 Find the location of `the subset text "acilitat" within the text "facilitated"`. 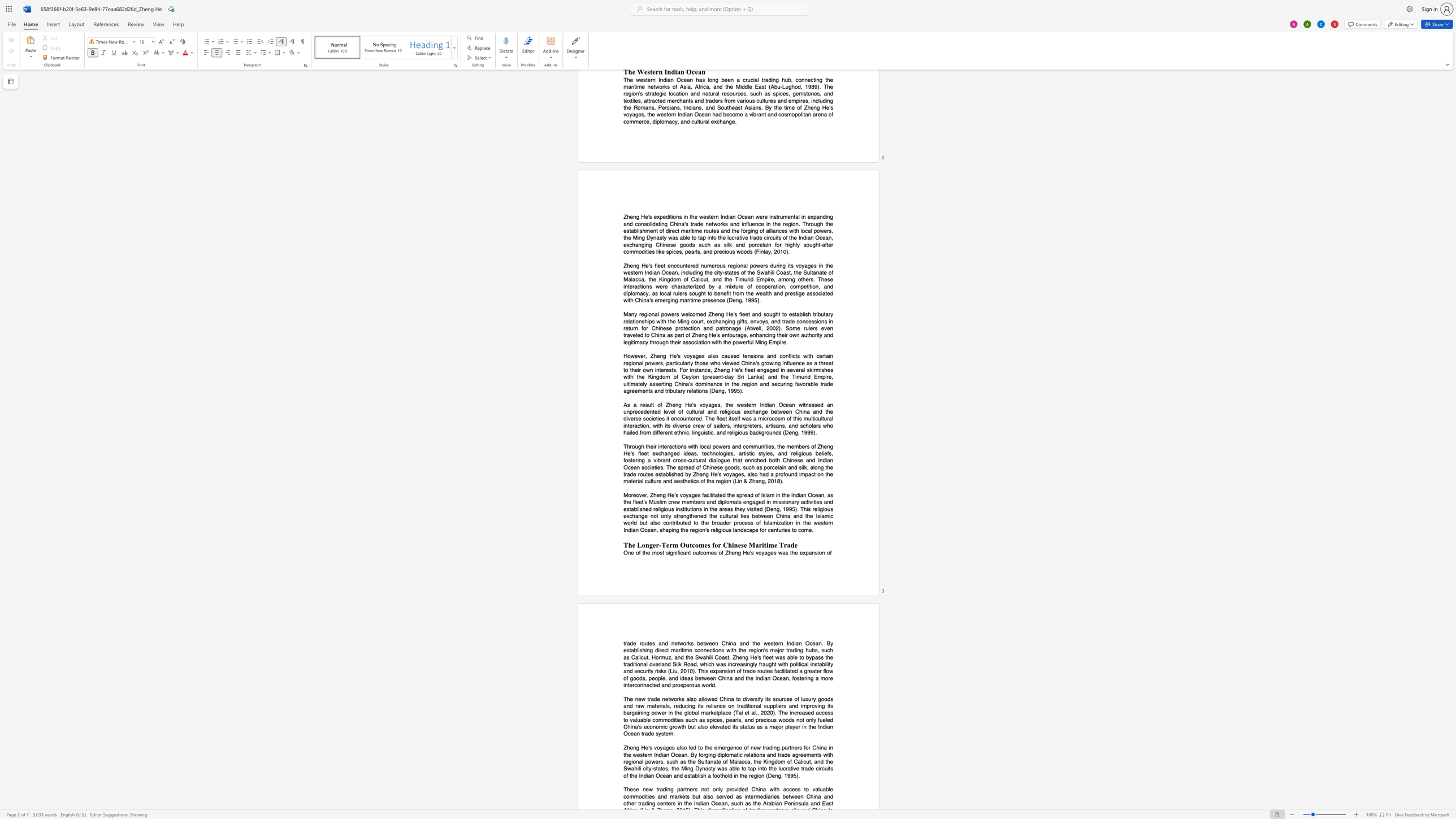

the subset text "acilitat" within the text "facilitated" is located at coordinates (775, 670).